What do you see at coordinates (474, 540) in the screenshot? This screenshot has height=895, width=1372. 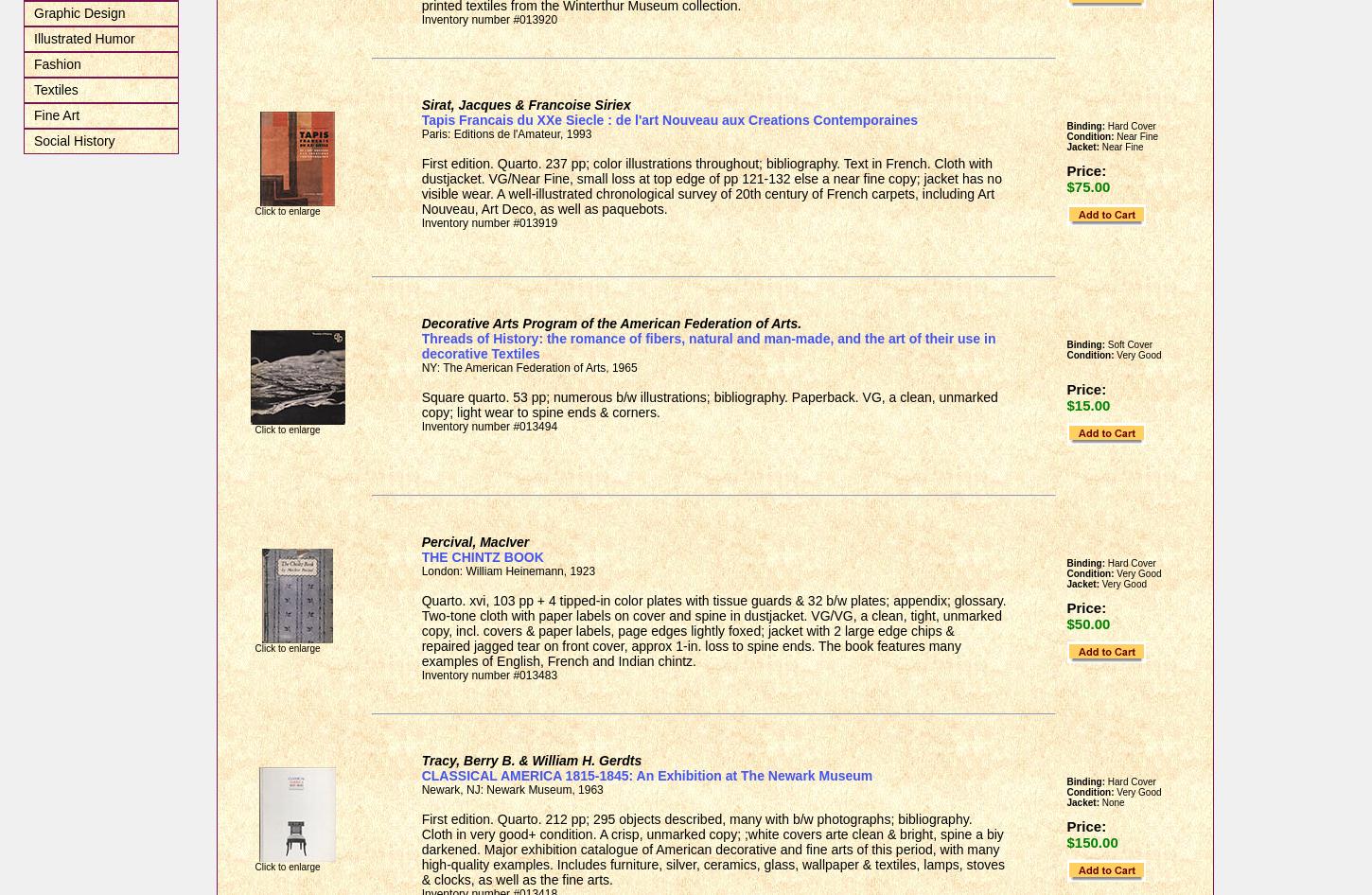 I see `'Percival, MacIver'` at bounding box center [474, 540].